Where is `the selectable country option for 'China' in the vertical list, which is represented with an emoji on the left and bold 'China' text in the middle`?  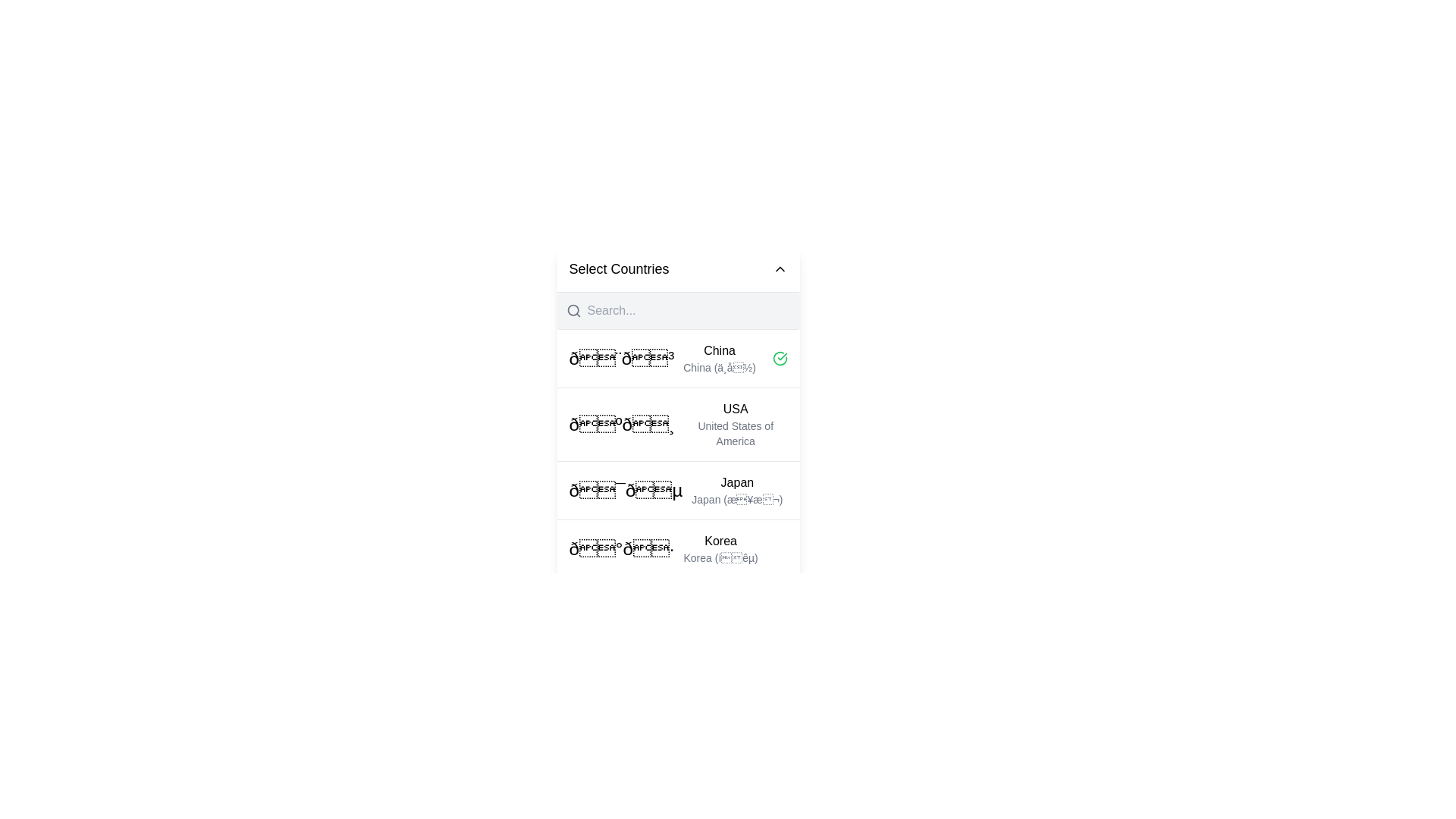 the selectable country option for 'China' in the vertical list, which is represented with an emoji on the left and bold 'China' text in the middle is located at coordinates (662, 359).